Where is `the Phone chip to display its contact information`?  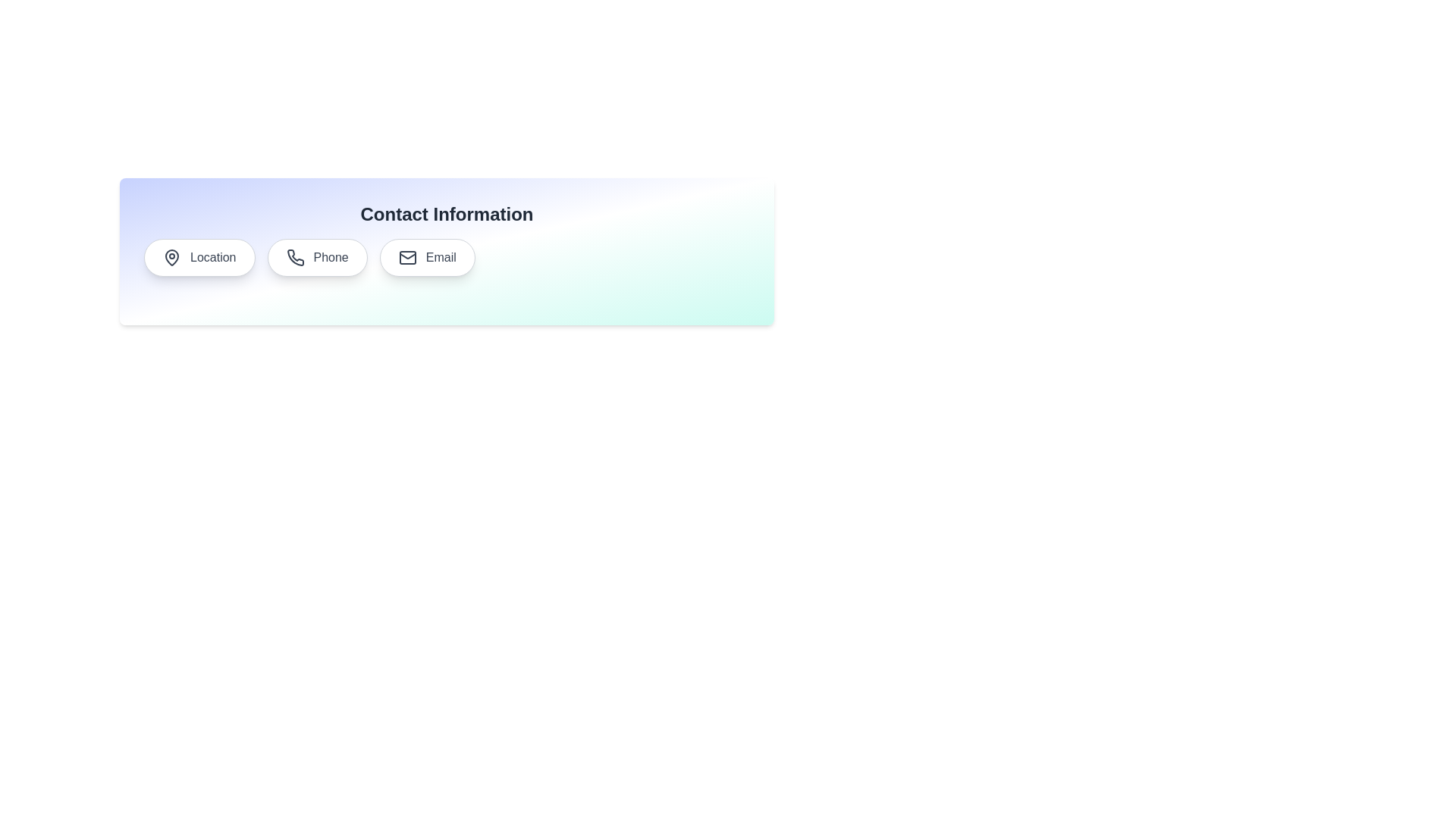 the Phone chip to display its contact information is located at coordinates (316, 256).